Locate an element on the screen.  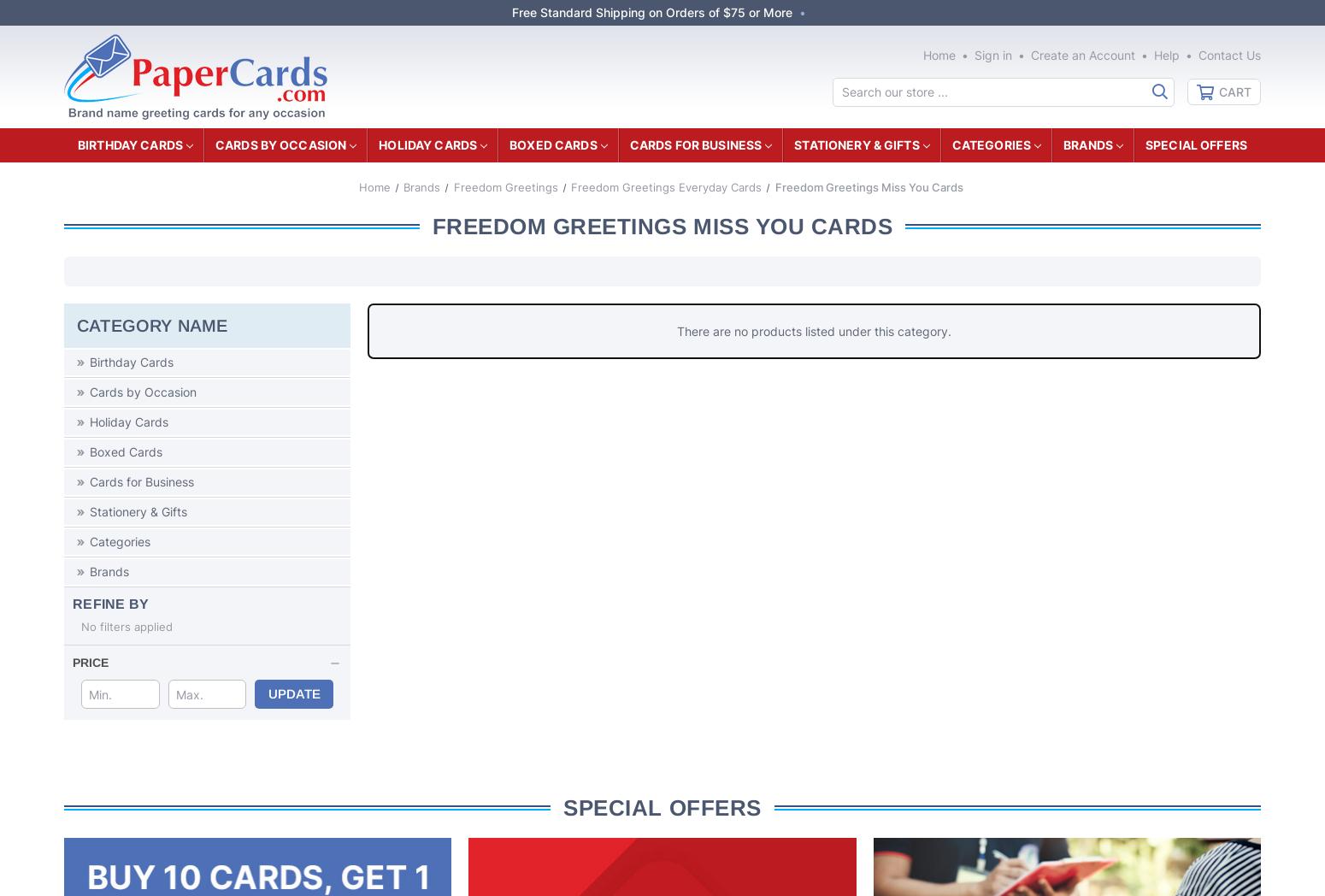
'Freedom Greetings Everyday Cards' is located at coordinates (665, 187).